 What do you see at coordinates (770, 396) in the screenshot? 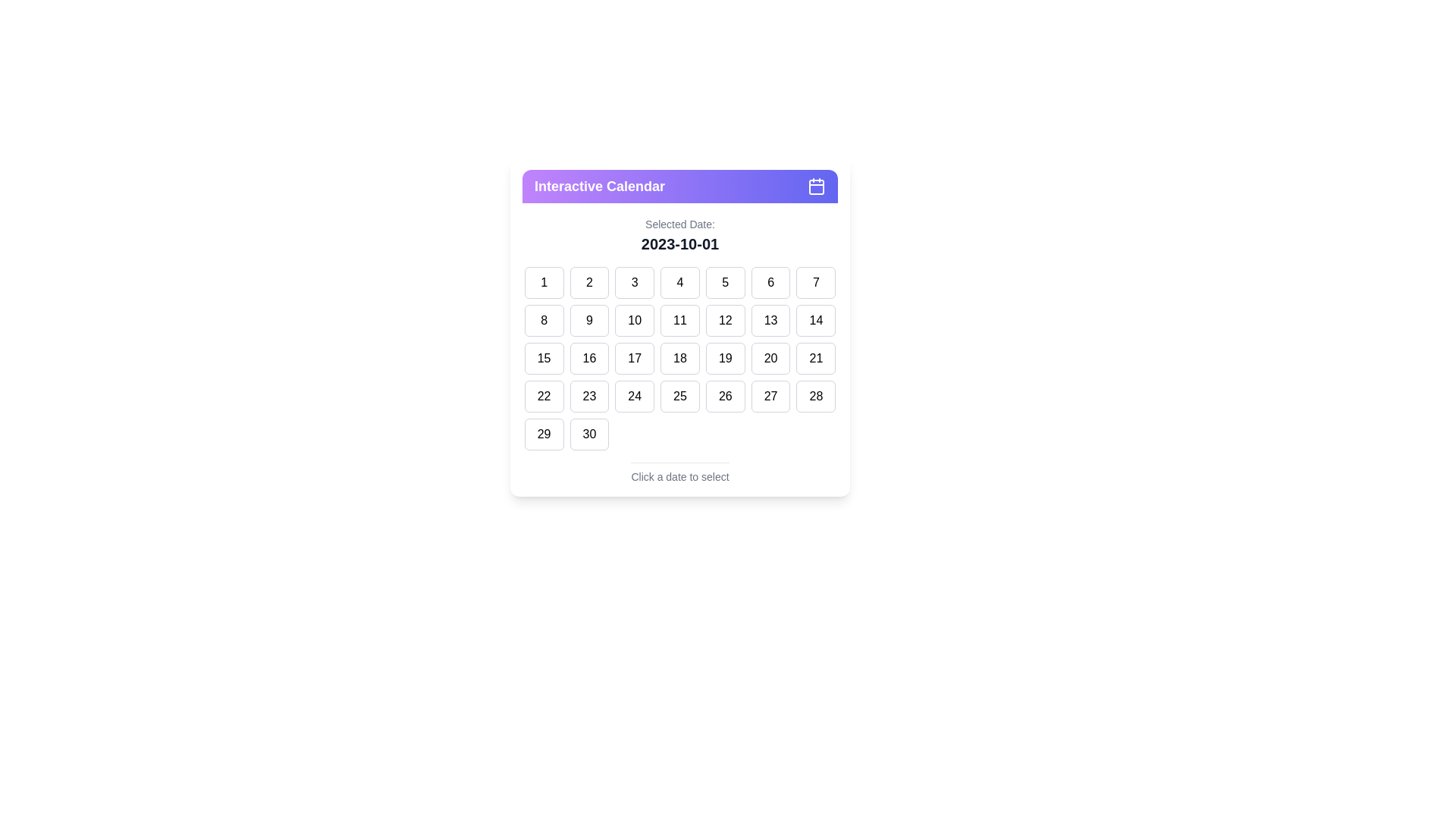
I see `the rectangular button displaying the text '27'` at bounding box center [770, 396].